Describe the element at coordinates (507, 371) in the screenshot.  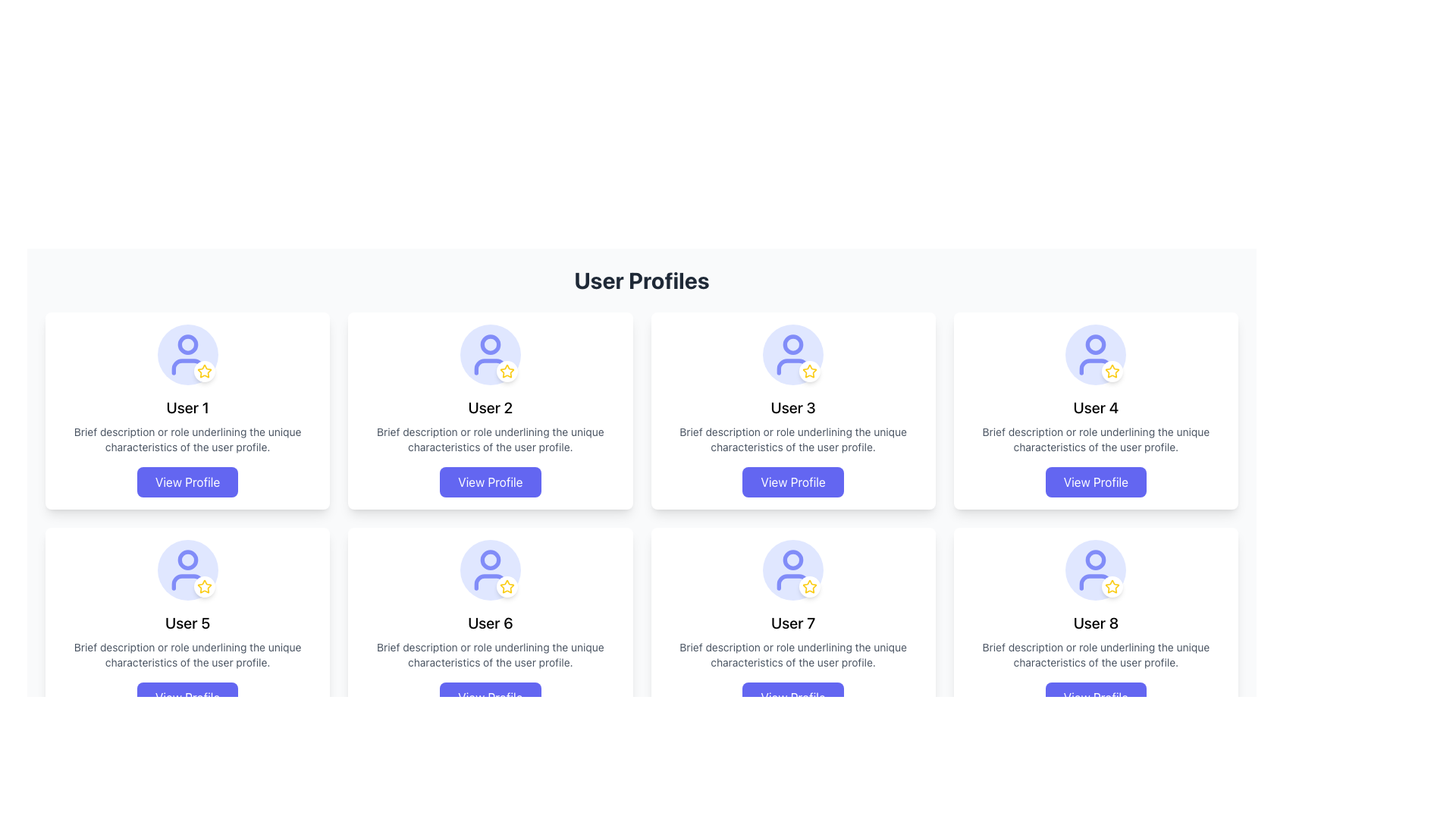
I see `the star-shaped icon with yellow borders and a white background located in the bottom-right corner of User 2's profile card` at that location.